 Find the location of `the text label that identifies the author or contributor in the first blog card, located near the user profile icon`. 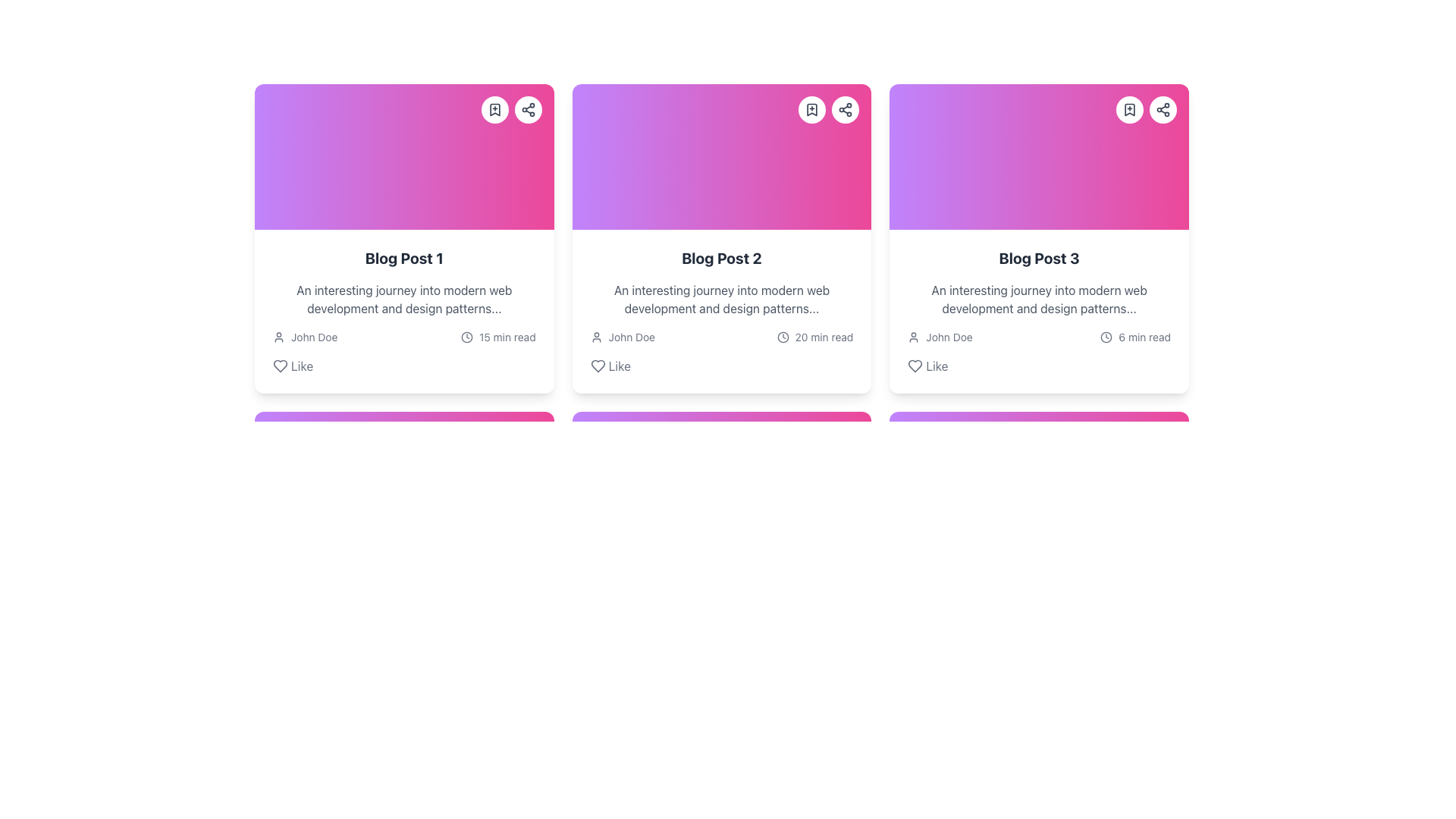

the text label that identifies the author or contributor in the first blog card, located near the user profile icon is located at coordinates (313, 336).